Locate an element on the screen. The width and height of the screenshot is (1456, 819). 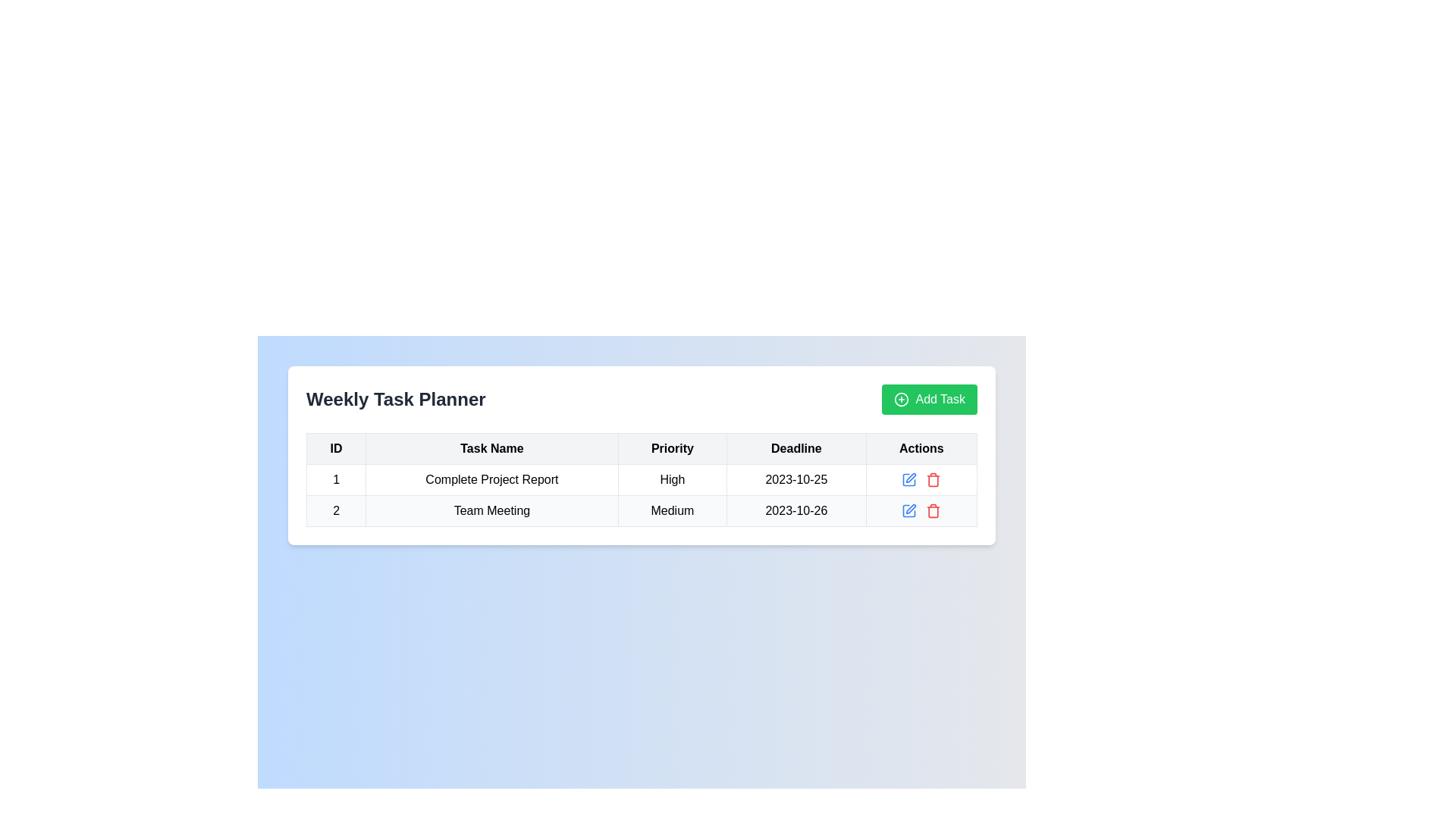
the numeric text "1" in the first cell of the table under the column titled "ID" is located at coordinates (335, 479).